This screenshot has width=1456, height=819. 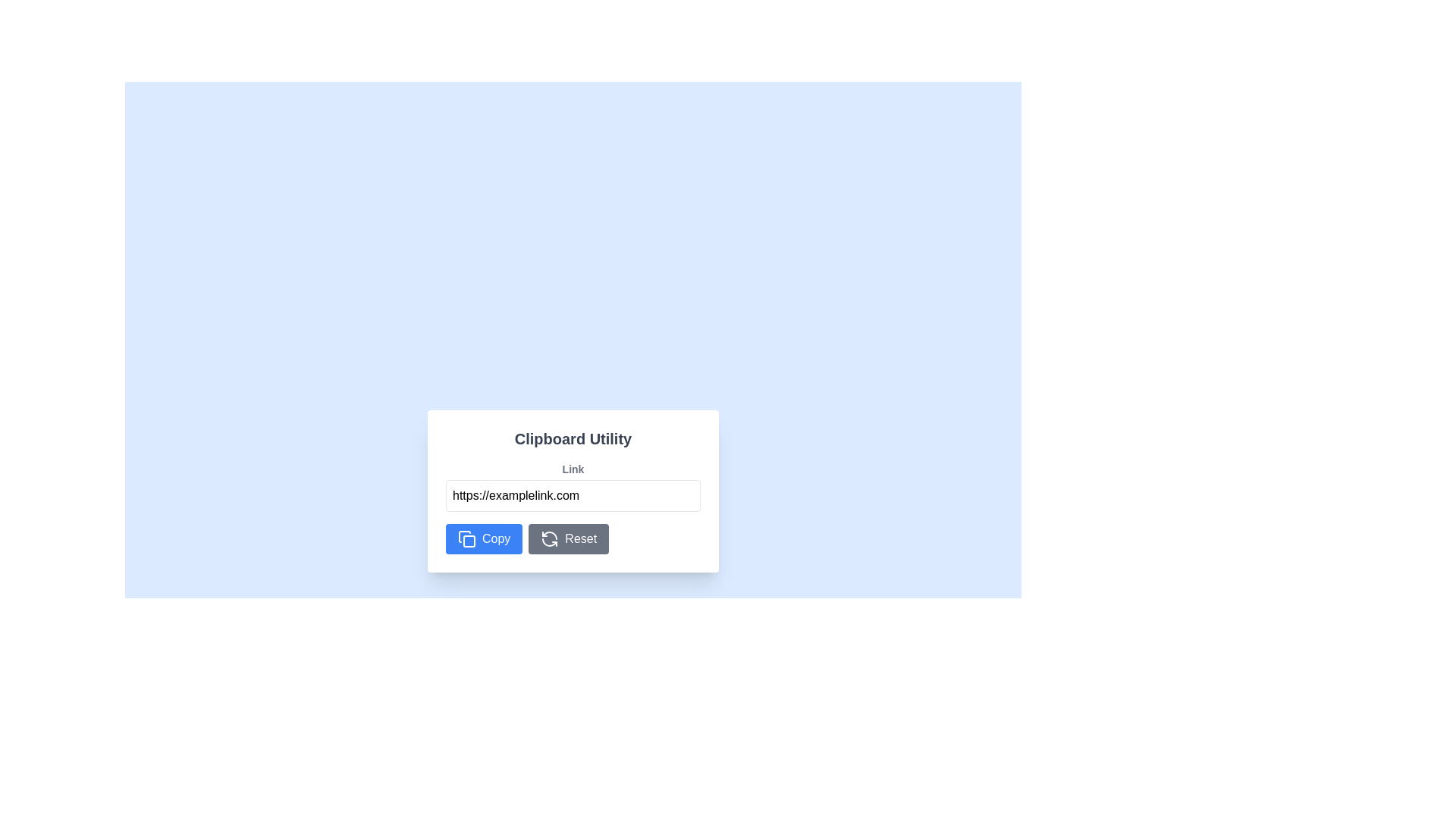 I want to click on the Text Input field, so click(x=572, y=486).